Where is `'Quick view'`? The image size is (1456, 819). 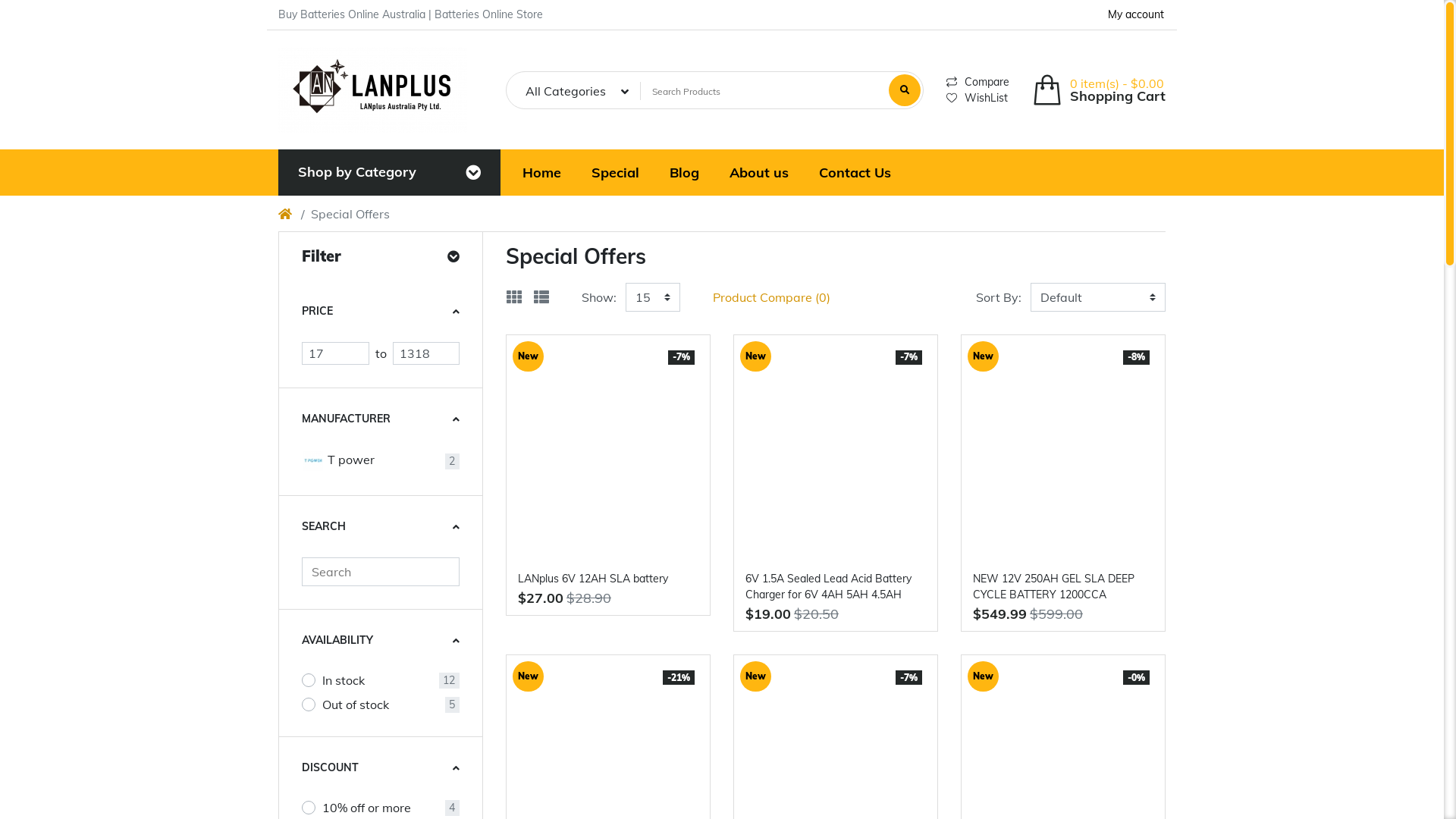
'Quick view' is located at coordinates (852, 320).